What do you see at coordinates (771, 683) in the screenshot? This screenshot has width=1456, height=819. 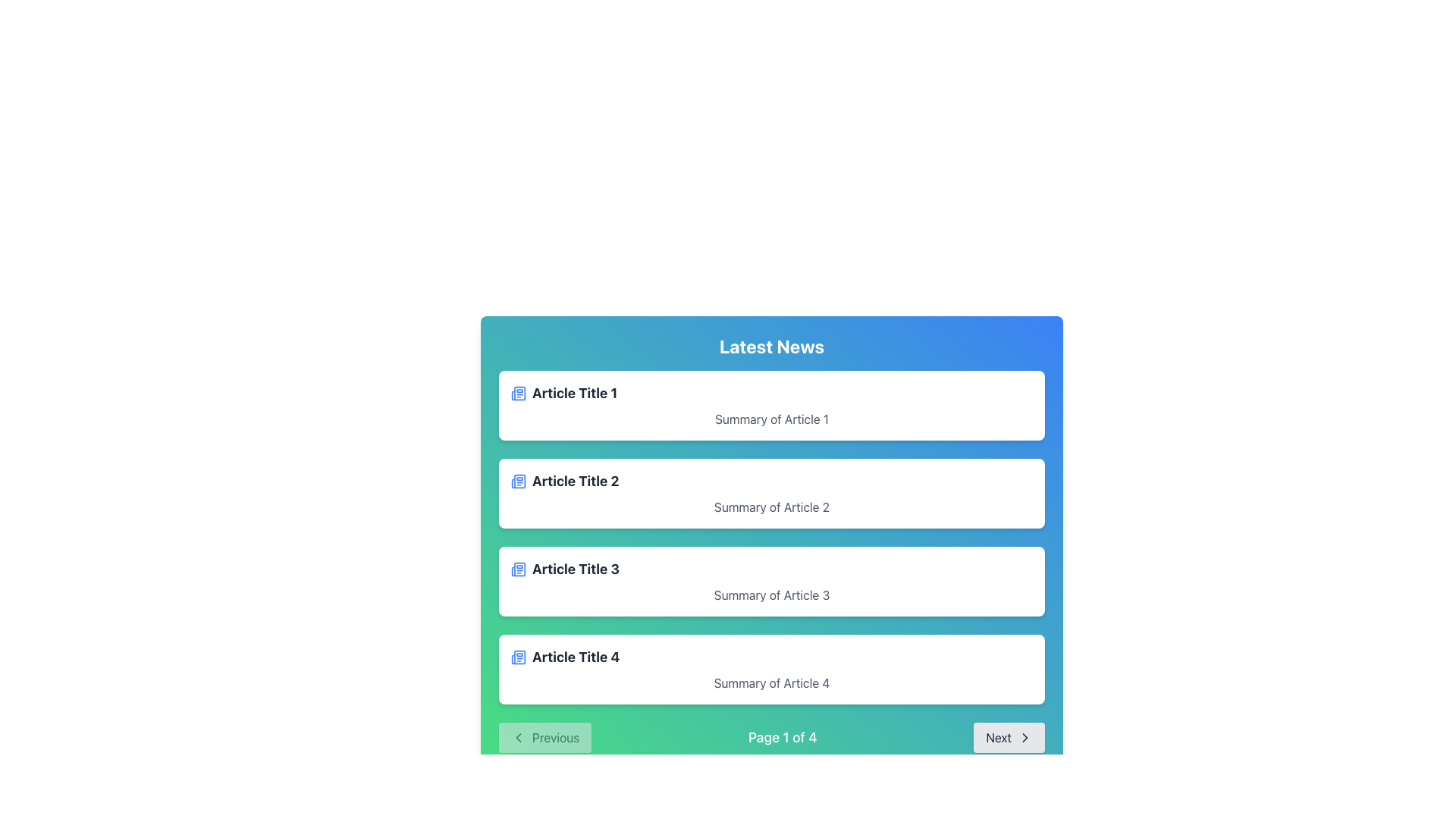 I see `the text element that presents additional information about 'Article Title 4', which is located in the fourth item of the articles list` at bounding box center [771, 683].